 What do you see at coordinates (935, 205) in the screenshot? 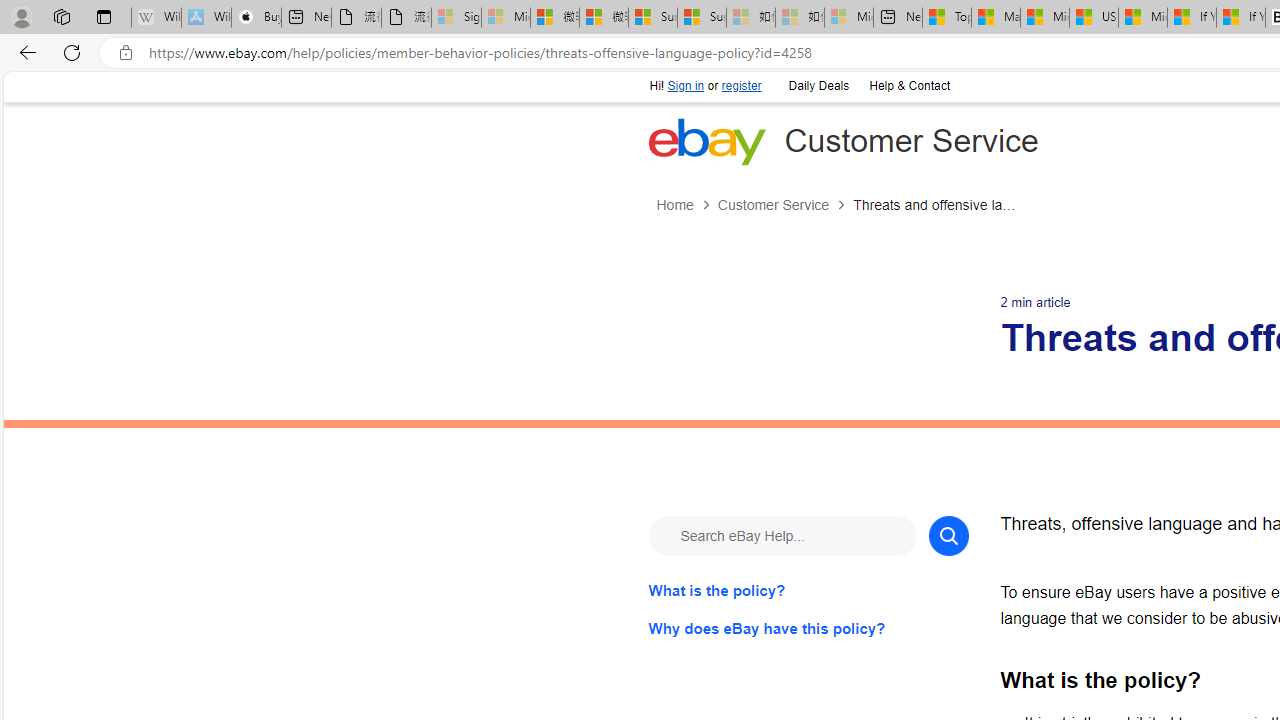
I see `'Threats and offensive language policy'` at bounding box center [935, 205].